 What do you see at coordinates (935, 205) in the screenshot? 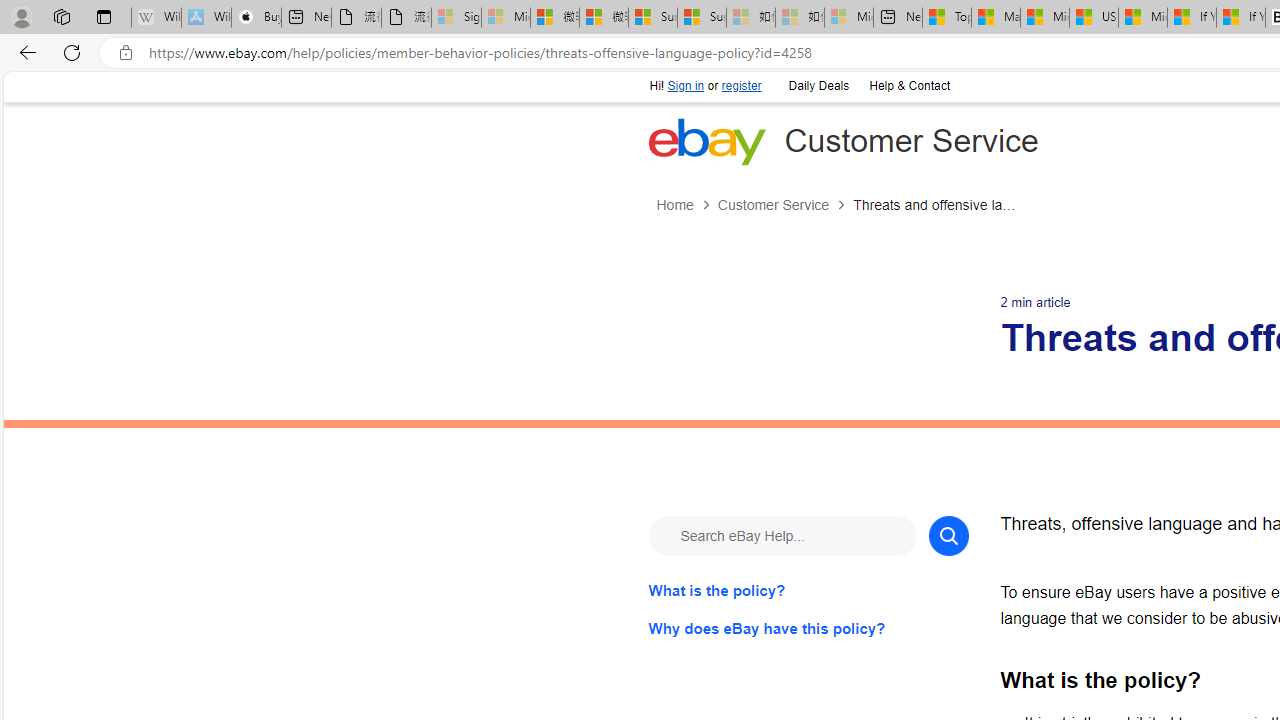
I see `'Threats and offensive language policy'` at bounding box center [935, 205].